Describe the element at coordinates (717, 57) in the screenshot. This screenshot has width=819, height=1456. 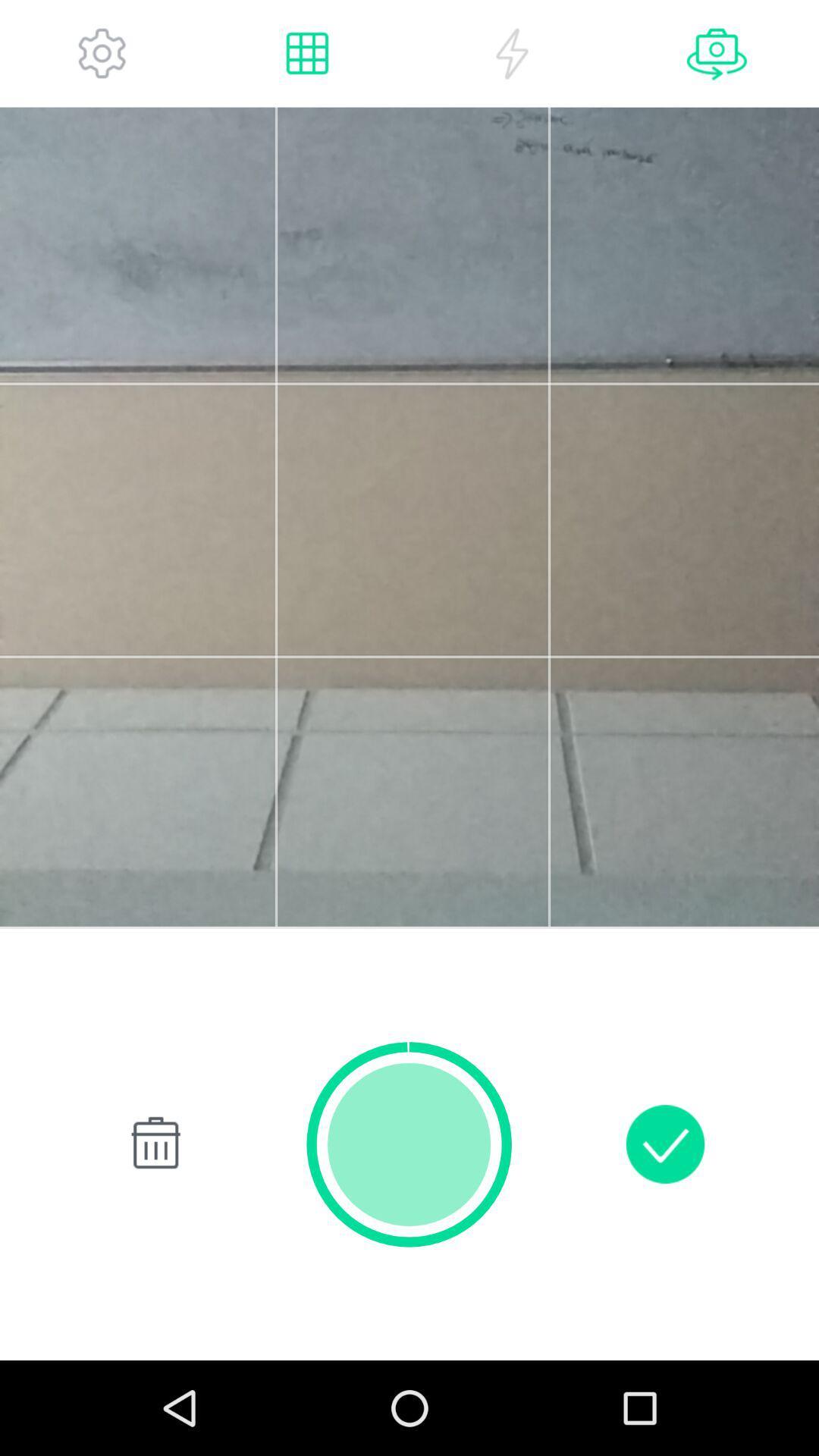
I see `the microphone icon` at that location.